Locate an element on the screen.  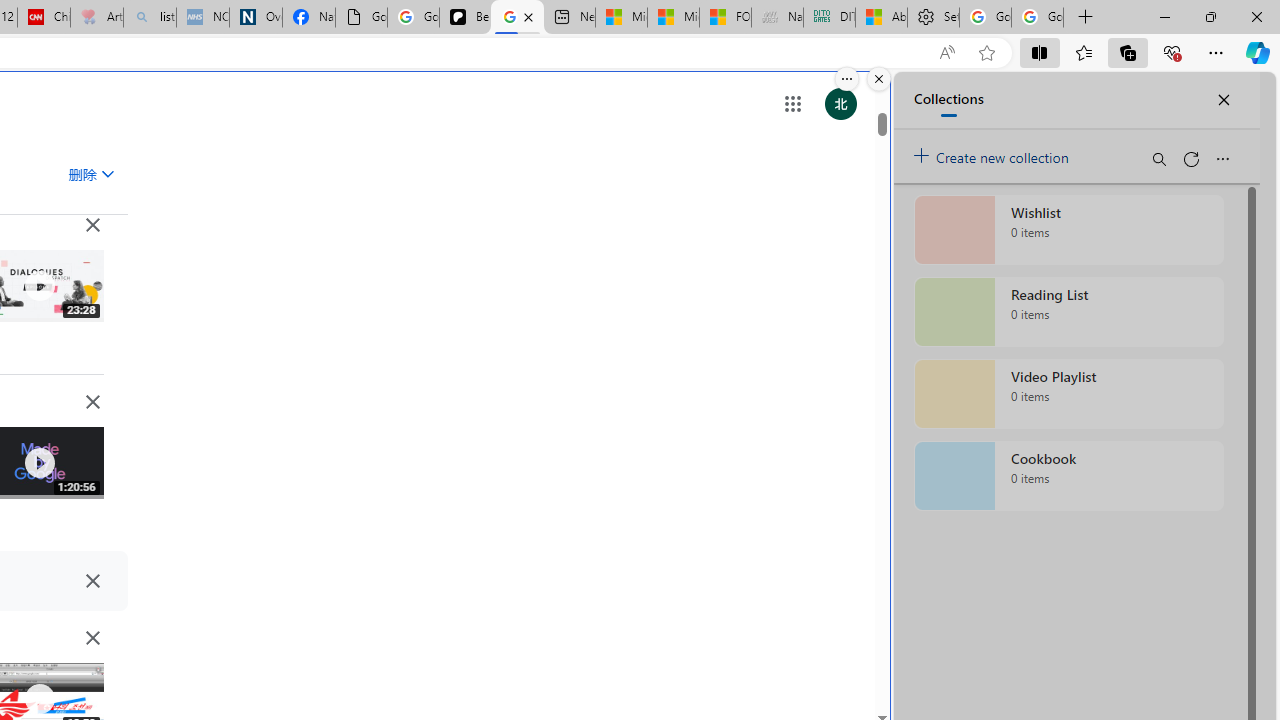
'FOX News - MSN' is located at coordinates (724, 17).